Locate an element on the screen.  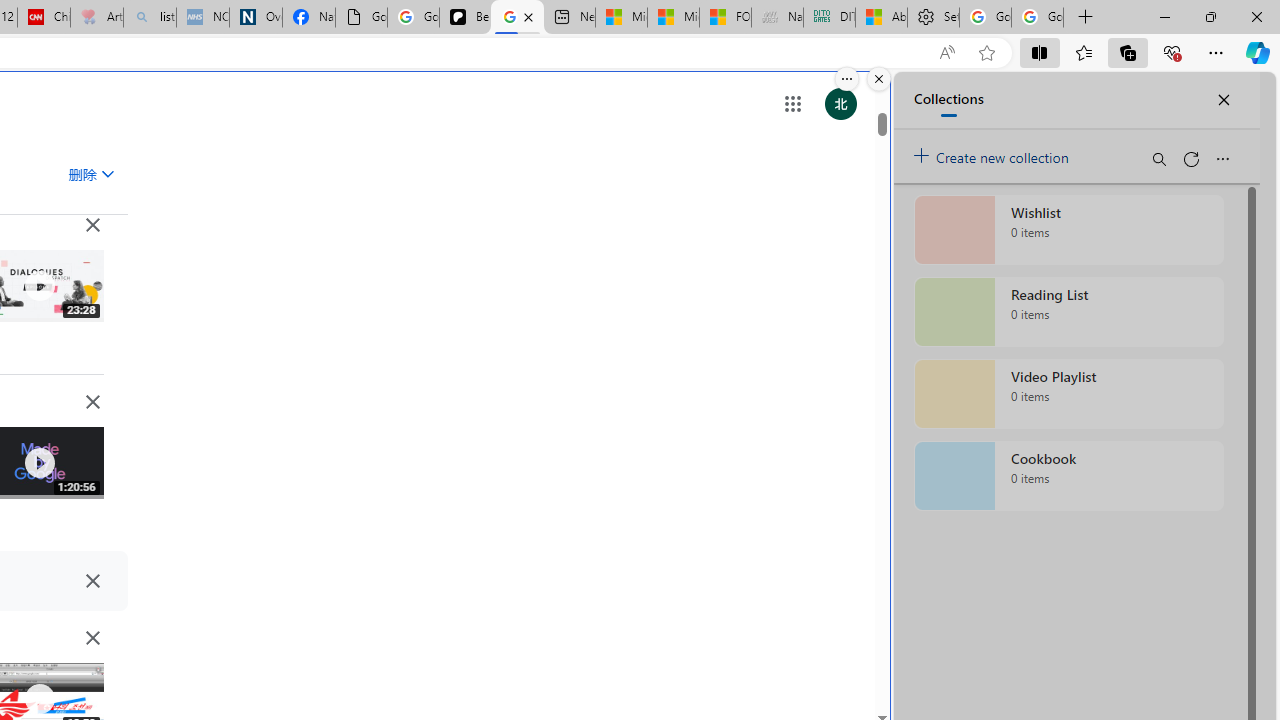
'FOX News - MSN' is located at coordinates (724, 17).